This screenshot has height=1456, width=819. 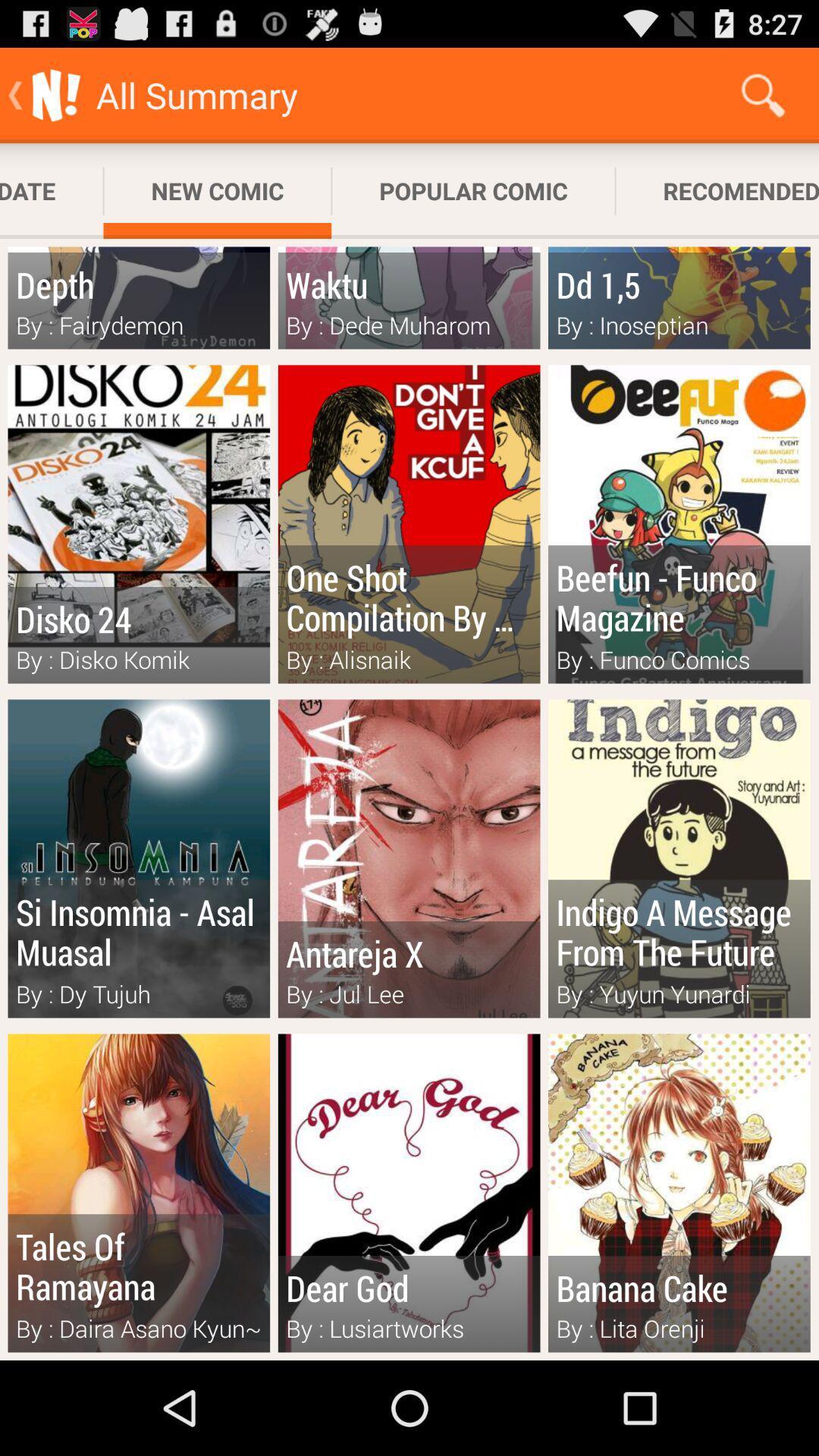 What do you see at coordinates (217, 190) in the screenshot?
I see `icon to the left of the popular comic icon` at bounding box center [217, 190].